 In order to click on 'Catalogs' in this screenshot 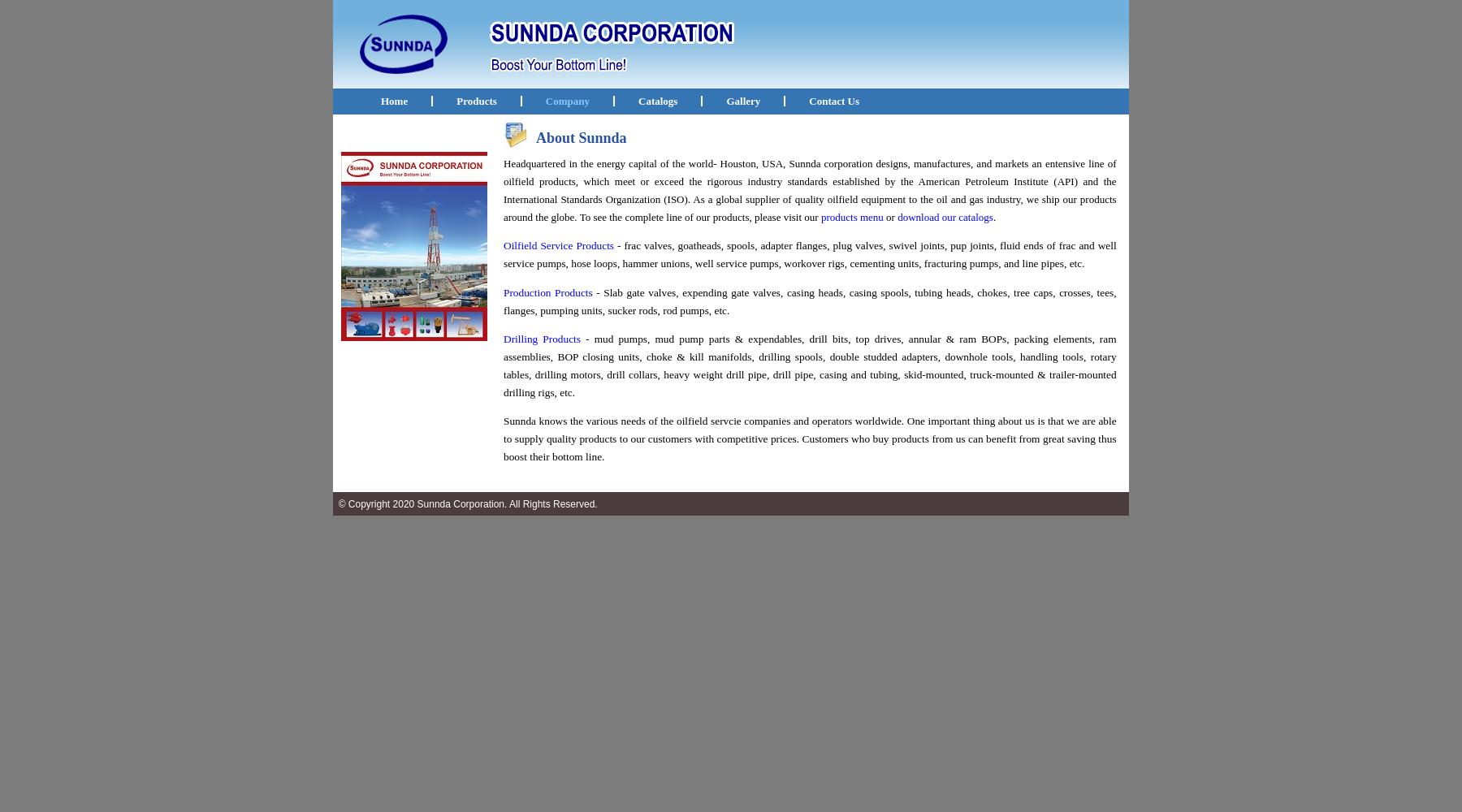, I will do `click(658, 100)`.